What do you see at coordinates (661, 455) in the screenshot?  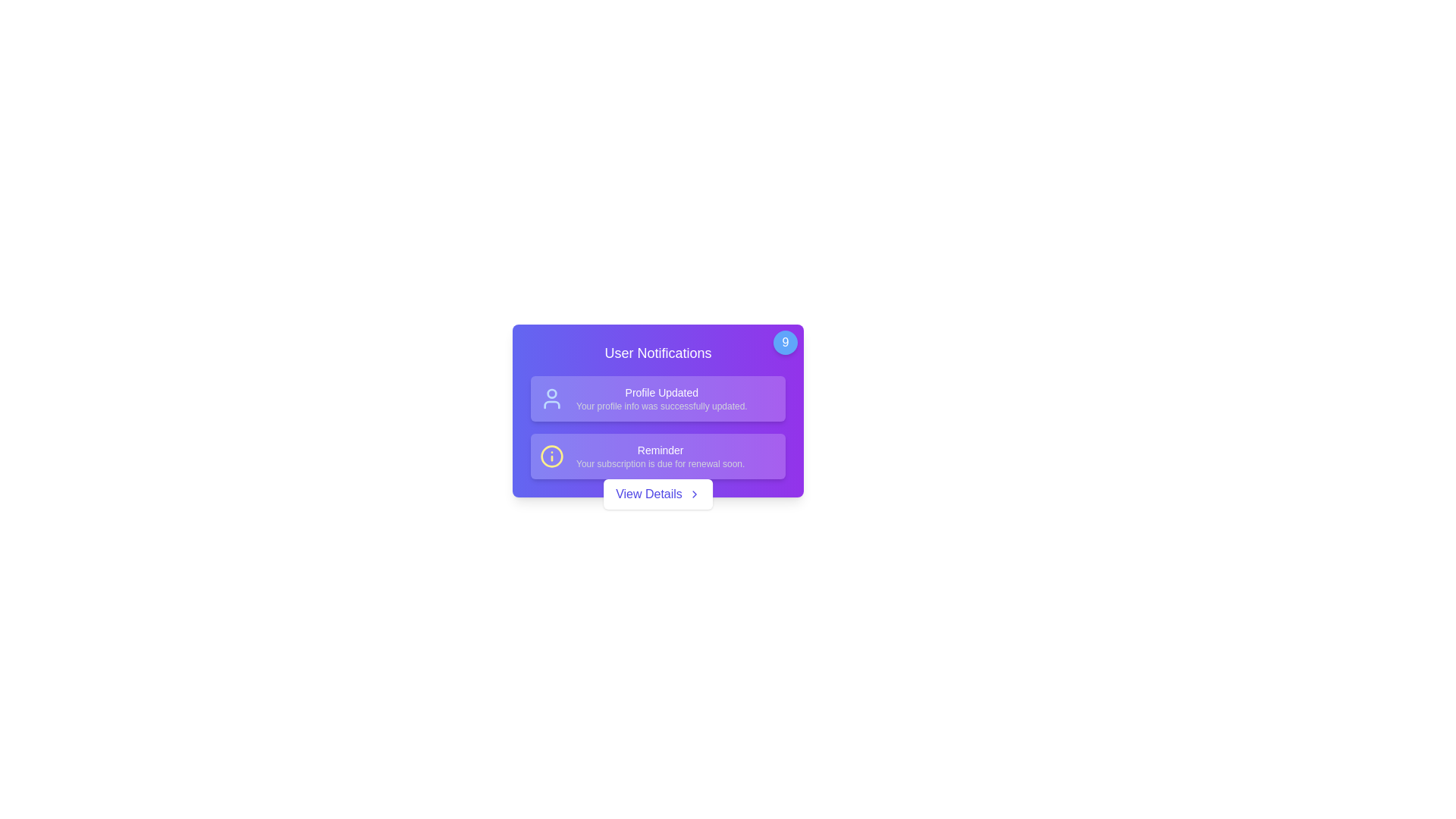 I see `message displayed in the second notification card of the 'User Notifications' section, which states 'Your subscription is due for renewal soon.'` at bounding box center [661, 455].